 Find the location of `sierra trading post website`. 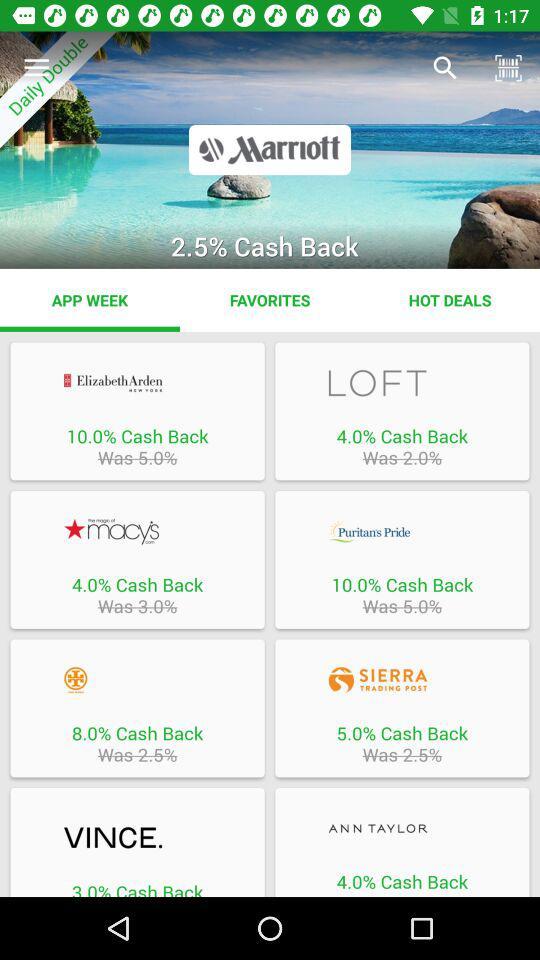

sierra trading post website is located at coordinates (402, 680).